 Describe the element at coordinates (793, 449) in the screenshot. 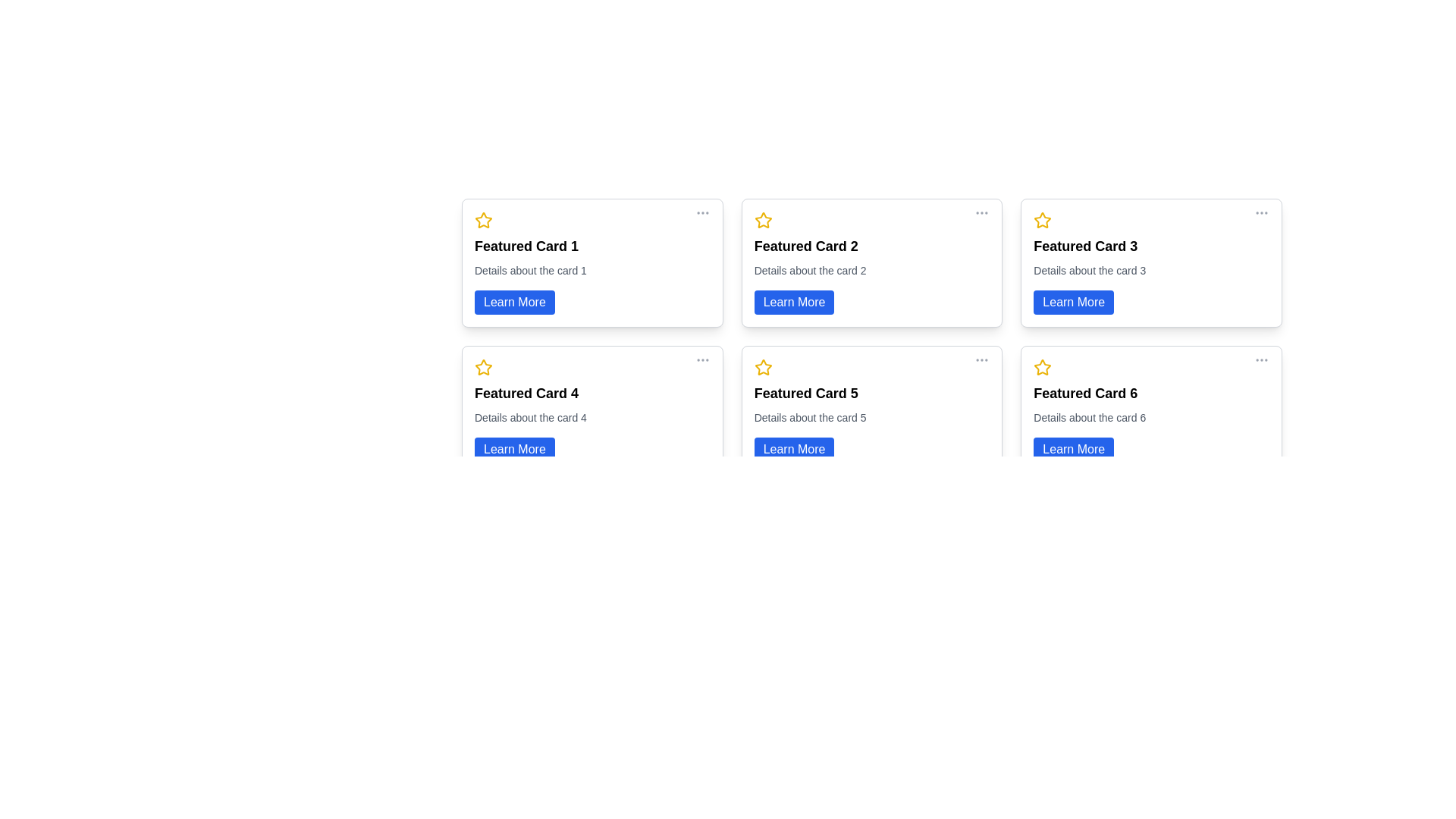

I see `the 'Learn More' button with rounded edges located at the bottom of 'Featured Card 5'` at that location.